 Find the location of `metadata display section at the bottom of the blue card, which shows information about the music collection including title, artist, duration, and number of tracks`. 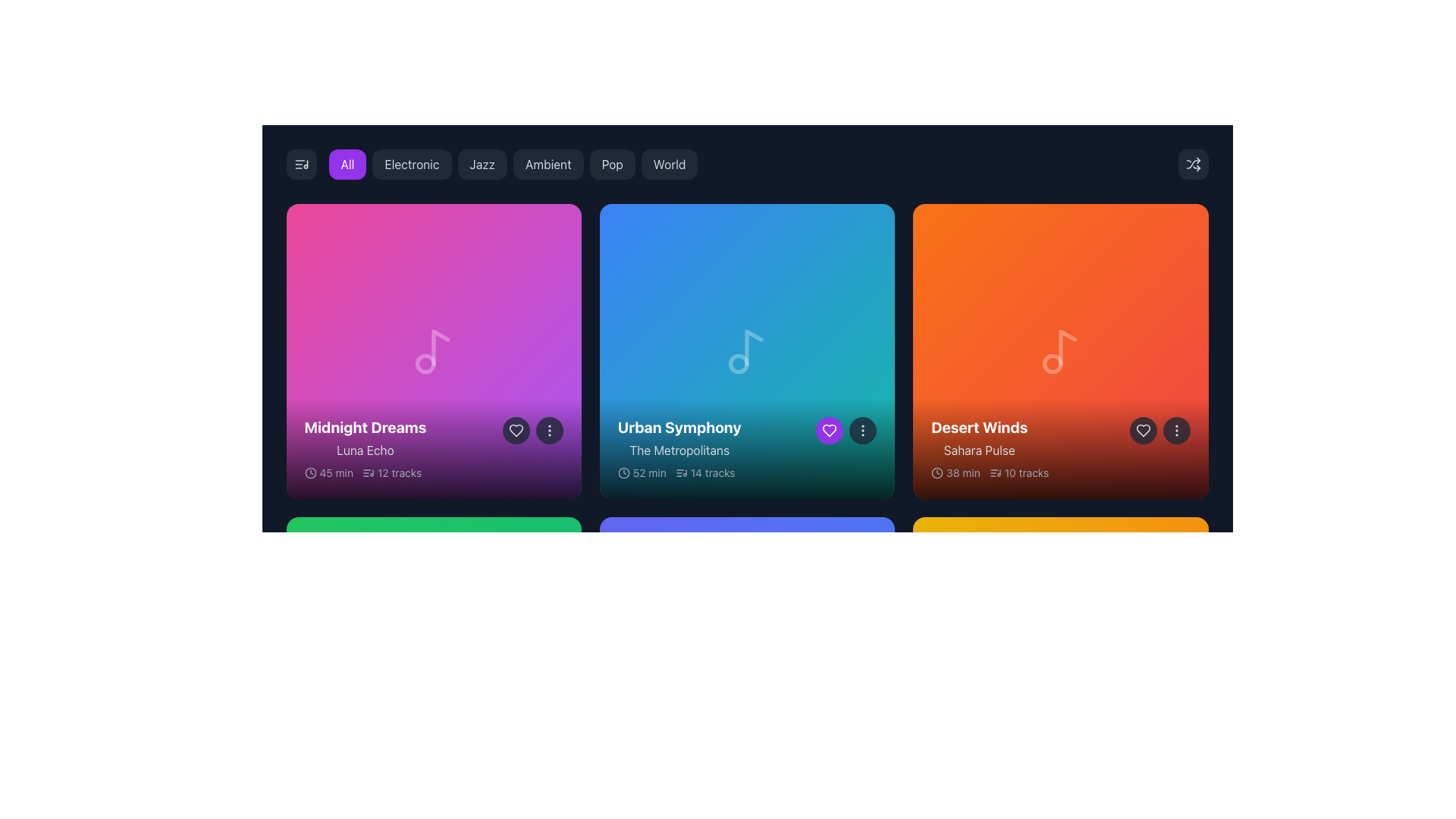

metadata display section at the bottom of the blue card, which shows information about the music collection including title, artist, duration, and number of tracks is located at coordinates (747, 448).